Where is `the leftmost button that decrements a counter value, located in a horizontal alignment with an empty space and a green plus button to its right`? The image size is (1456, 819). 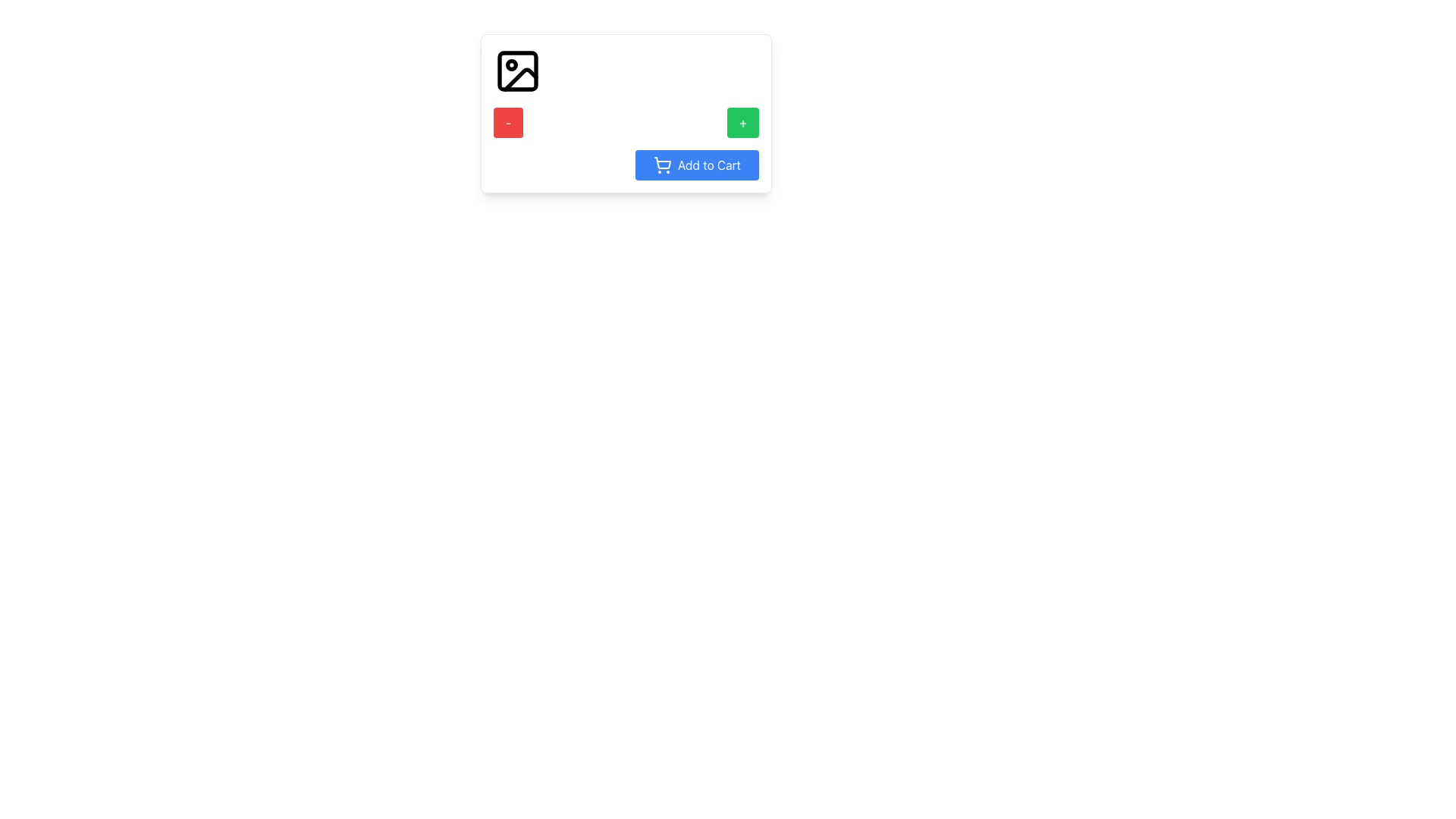 the leftmost button that decrements a counter value, located in a horizontal alignment with an empty space and a green plus button to its right is located at coordinates (508, 122).